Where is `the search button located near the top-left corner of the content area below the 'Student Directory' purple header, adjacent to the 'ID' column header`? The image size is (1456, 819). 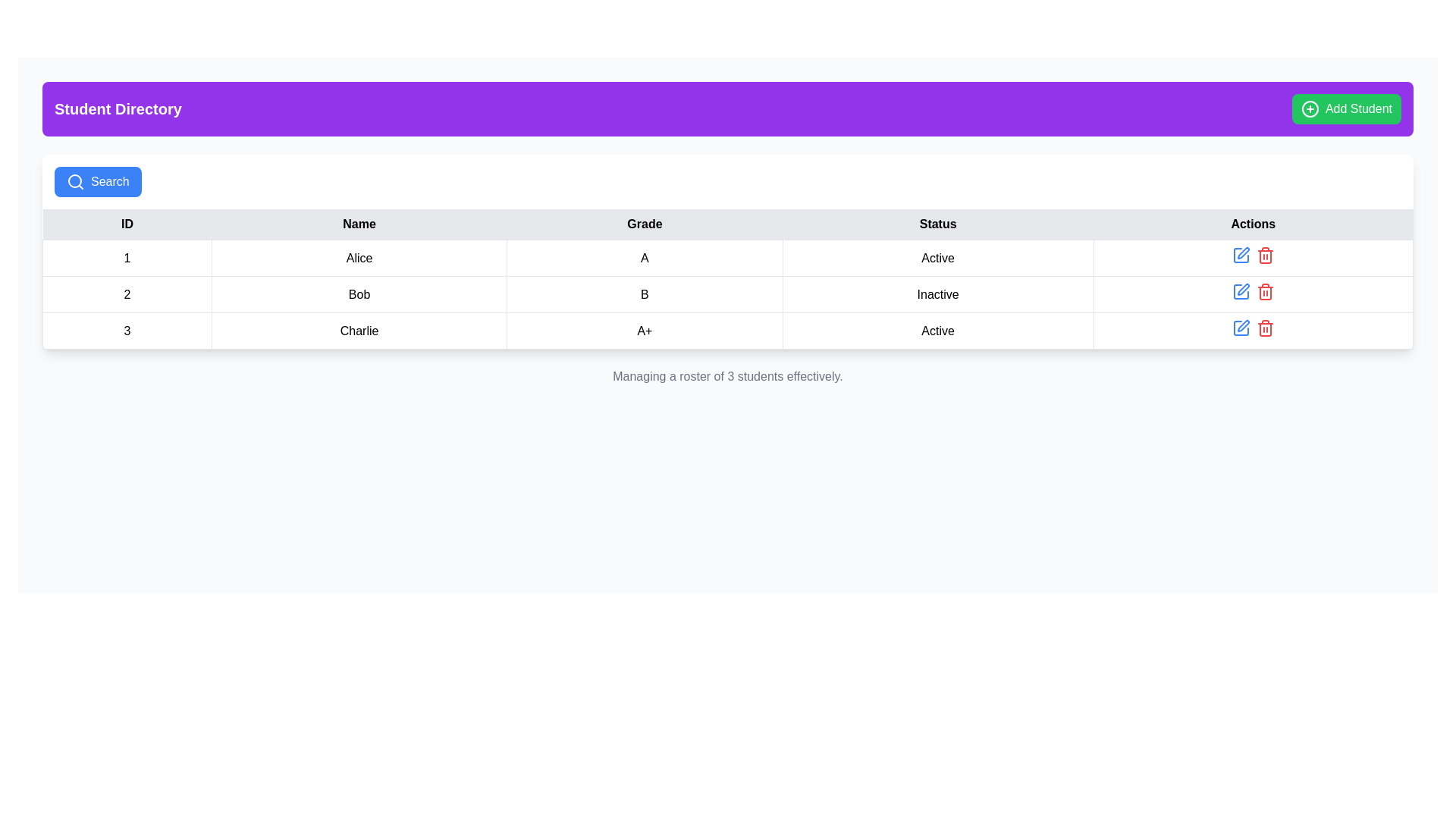
the search button located near the top-left corner of the content area below the 'Student Directory' purple header, adjacent to the 'ID' column header is located at coordinates (97, 180).